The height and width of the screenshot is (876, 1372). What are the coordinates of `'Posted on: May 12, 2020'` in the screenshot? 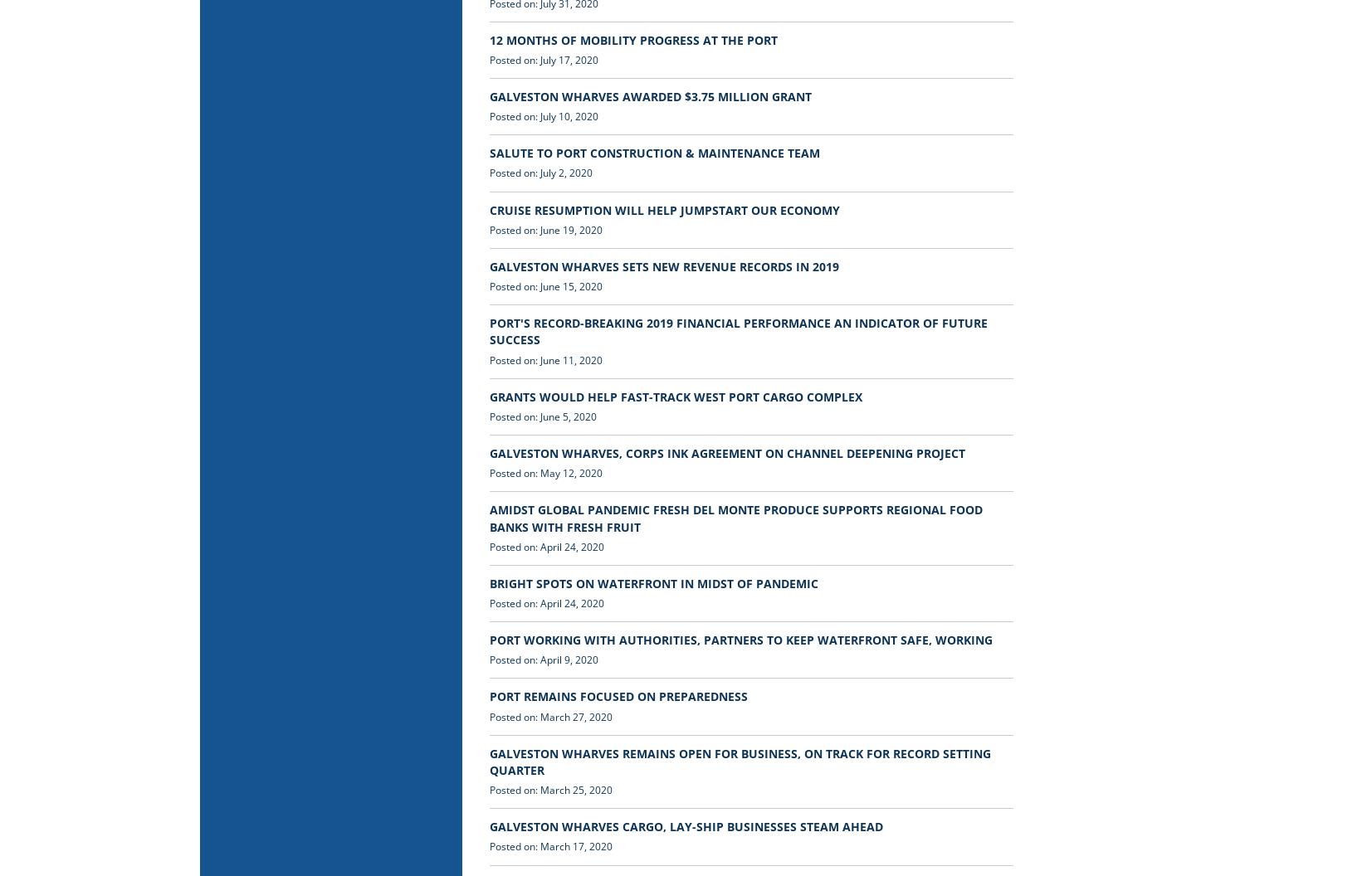 It's located at (545, 473).